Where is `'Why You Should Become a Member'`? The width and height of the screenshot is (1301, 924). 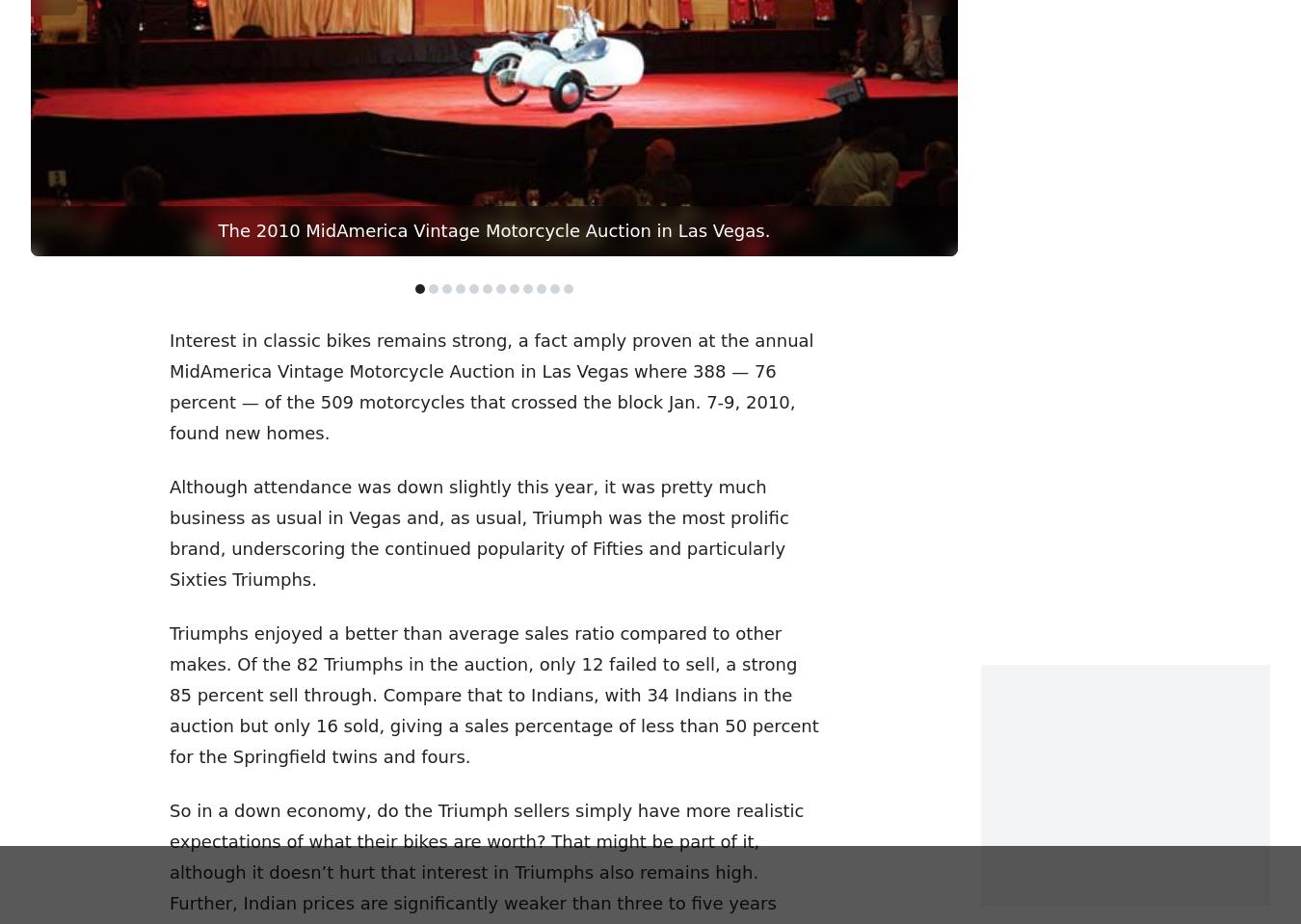
'Why You Should Become a Member' is located at coordinates (29, 452).